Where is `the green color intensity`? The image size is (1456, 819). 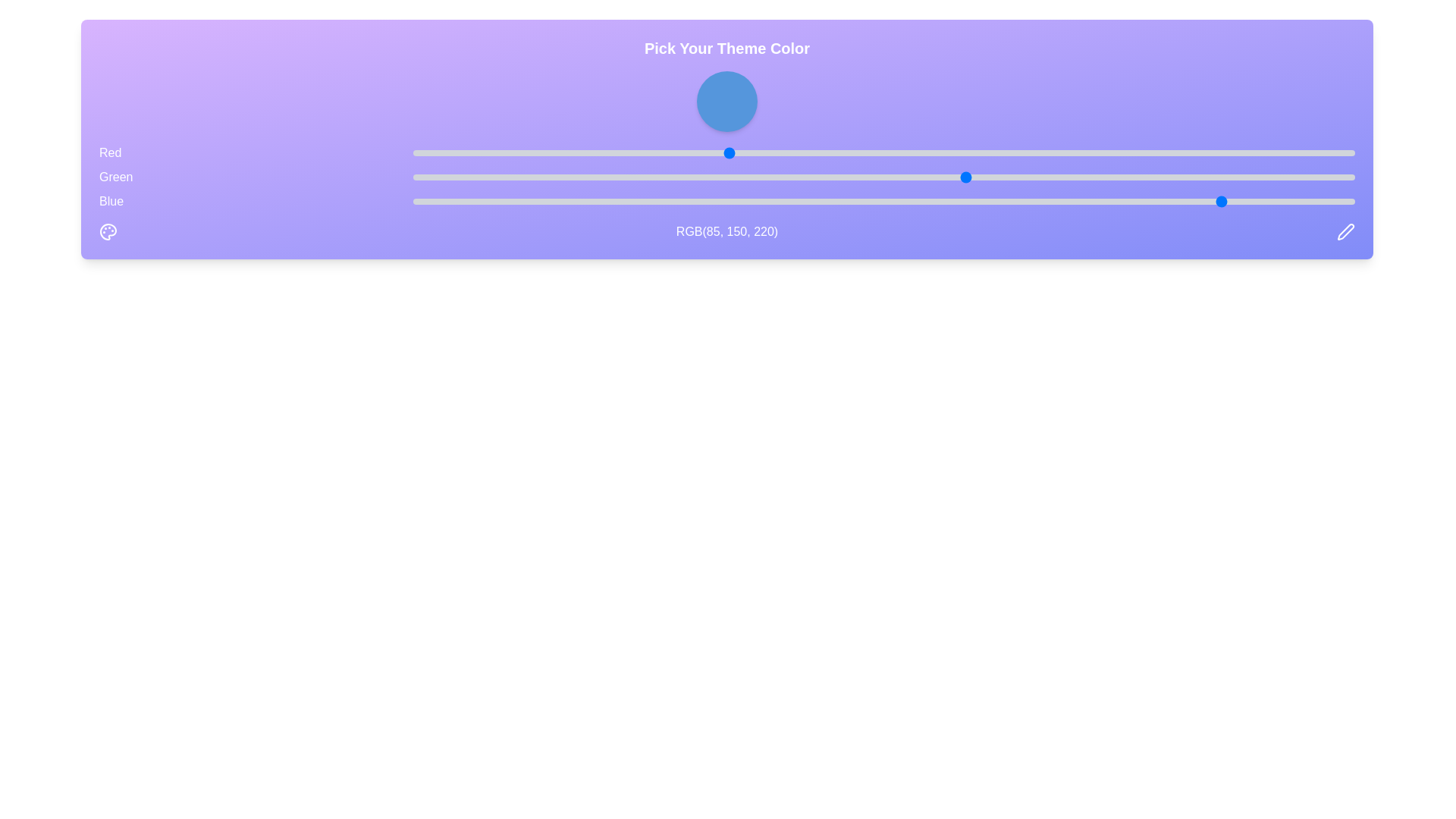
the green color intensity is located at coordinates (449, 177).